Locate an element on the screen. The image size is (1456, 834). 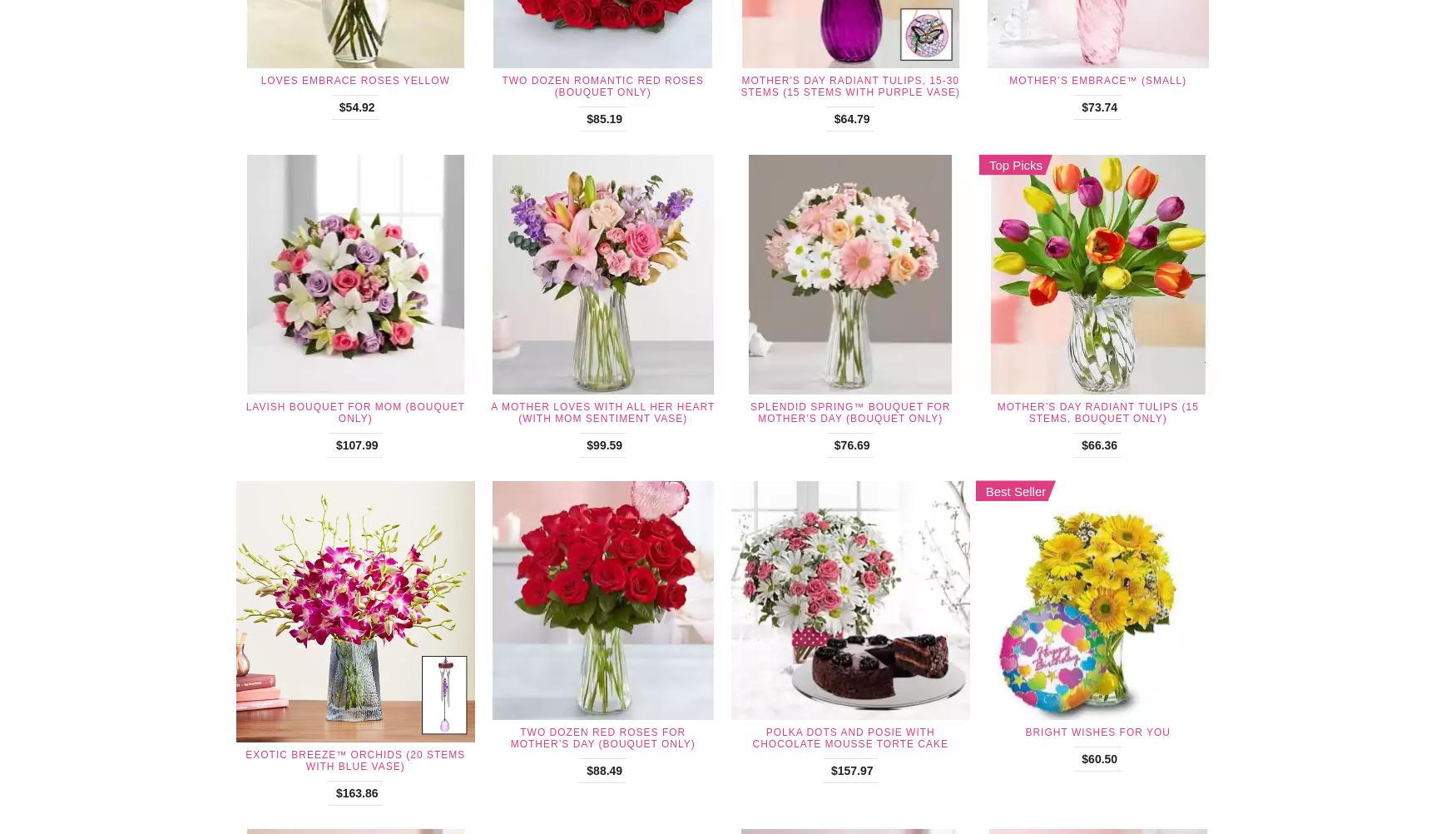
'Splendid Spring™ Bouquet for Mother’s Day (Bouquet Only)' is located at coordinates (849, 410).